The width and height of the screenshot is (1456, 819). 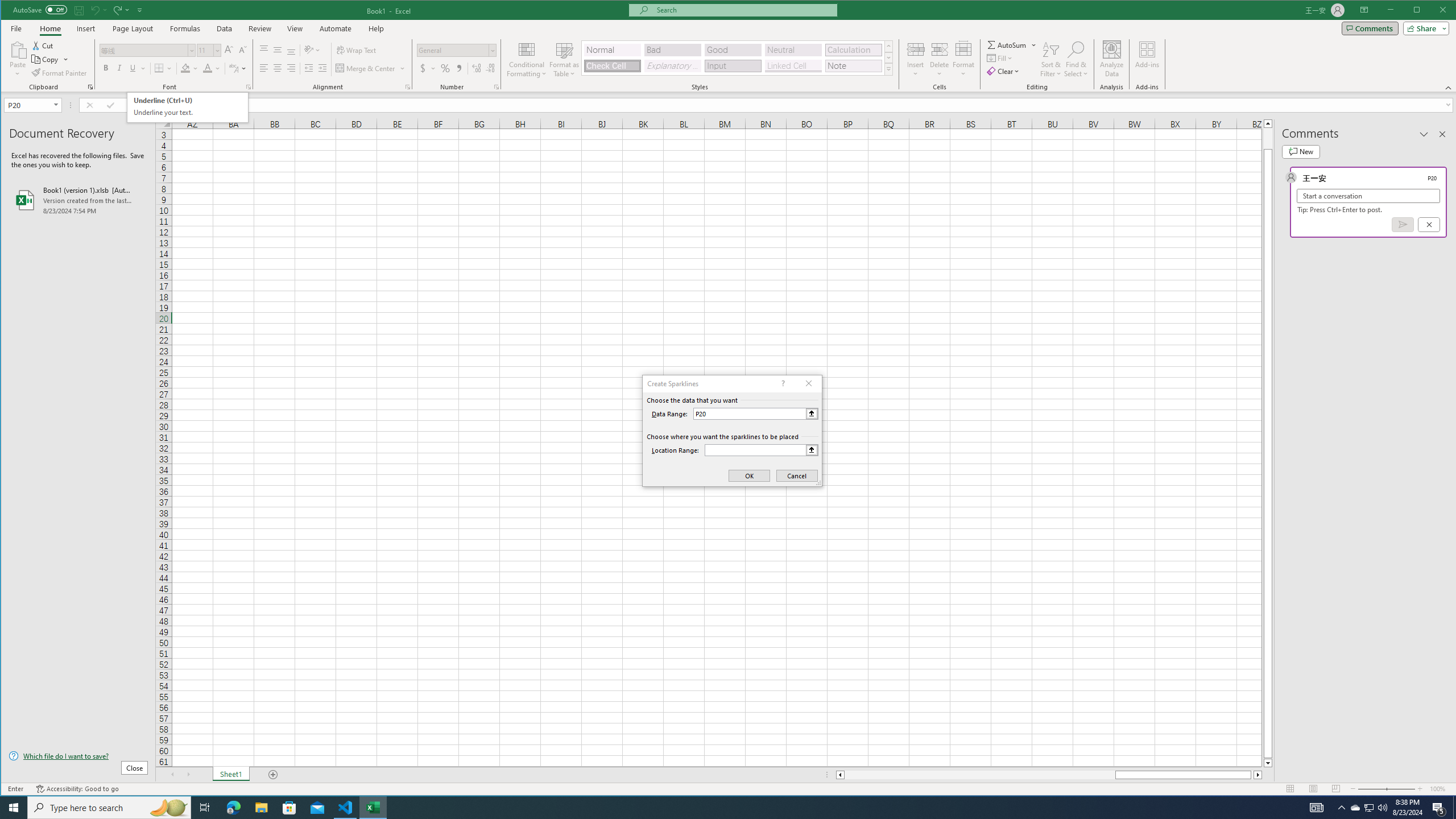 I want to click on 'Bad', so click(x=672, y=49).